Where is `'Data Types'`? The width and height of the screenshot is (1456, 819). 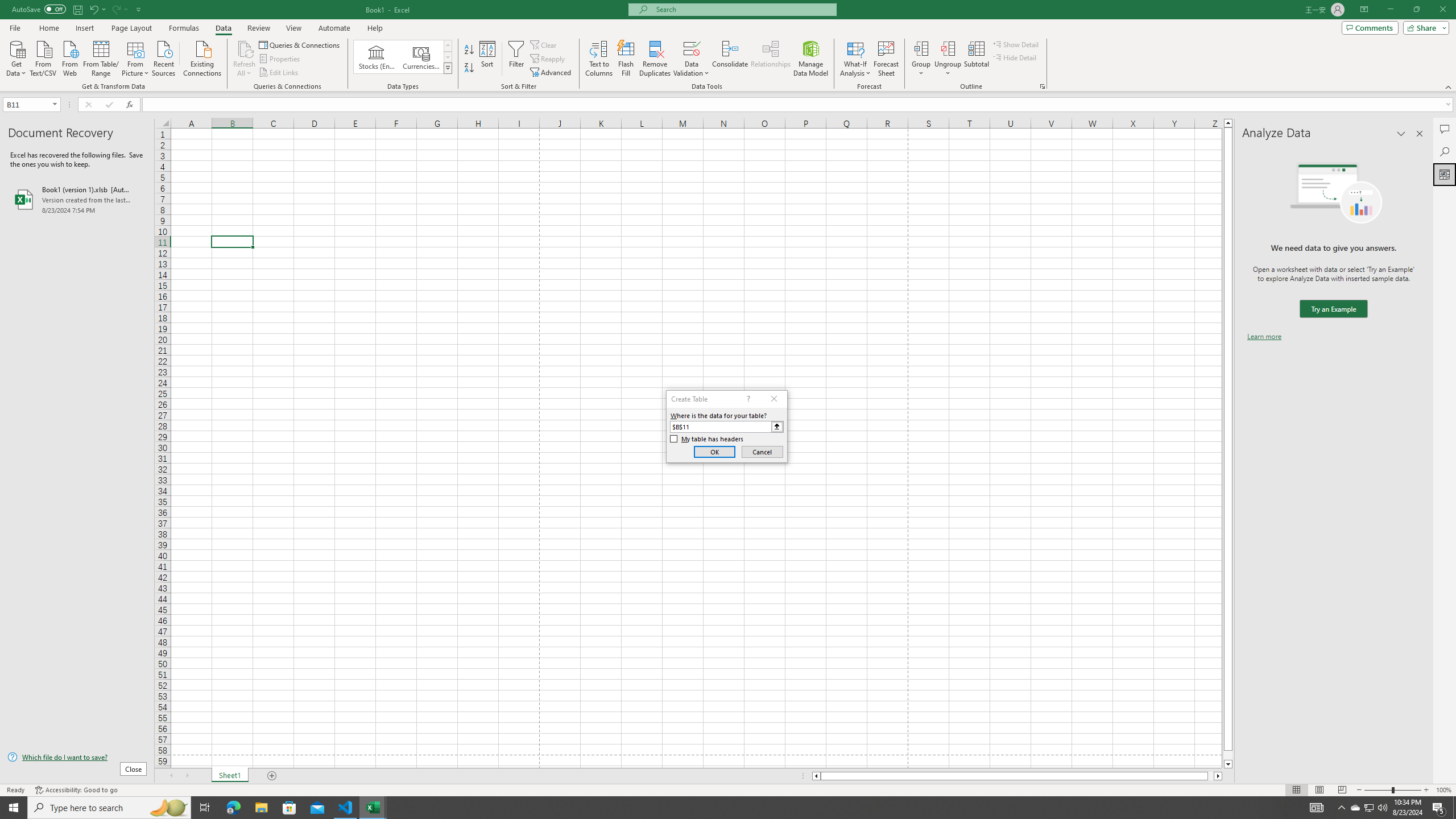 'Data Types' is located at coordinates (448, 67).